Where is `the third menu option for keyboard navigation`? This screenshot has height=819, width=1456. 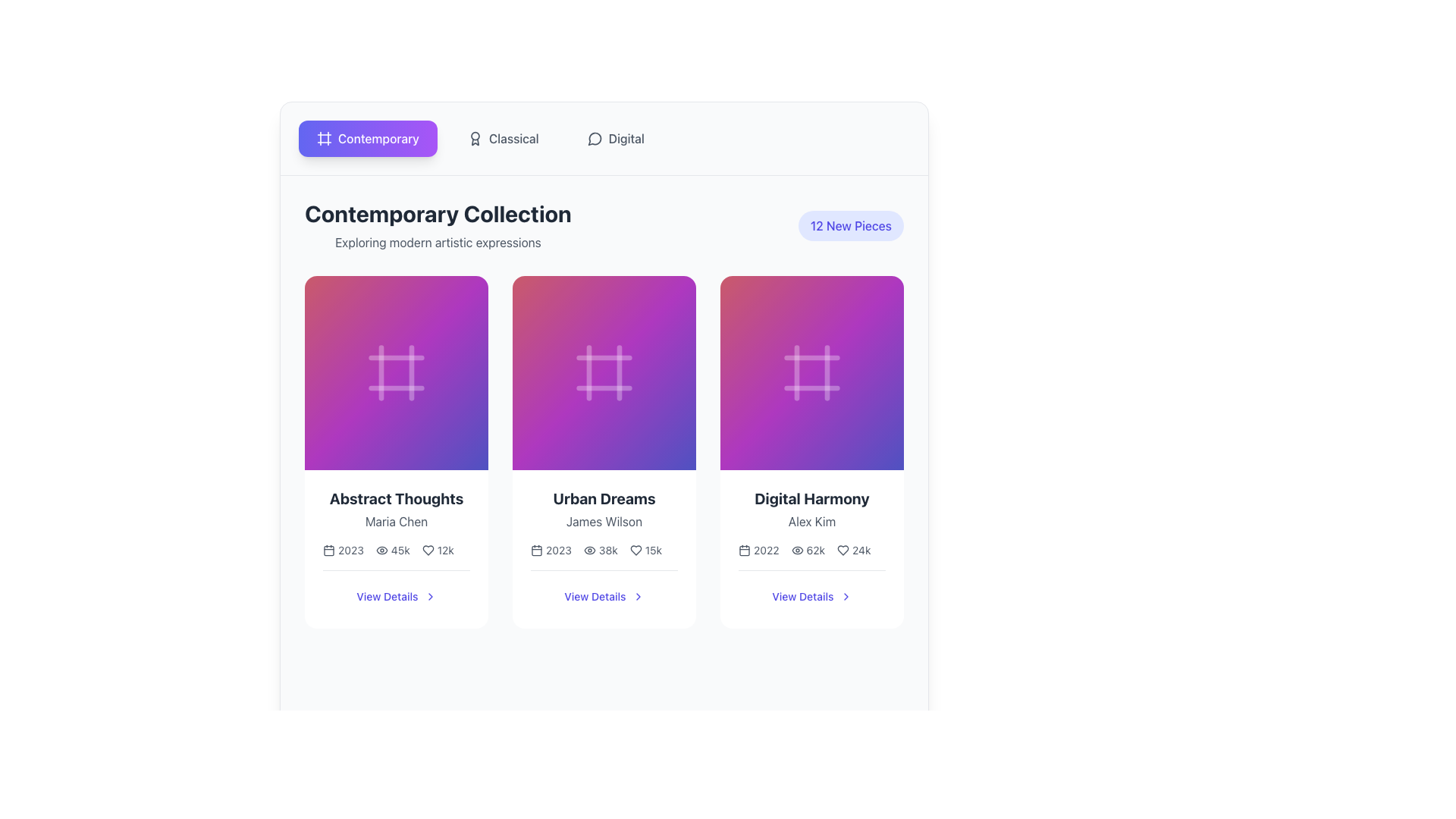 the third menu option for keyboard navigation is located at coordinates (603, 138).